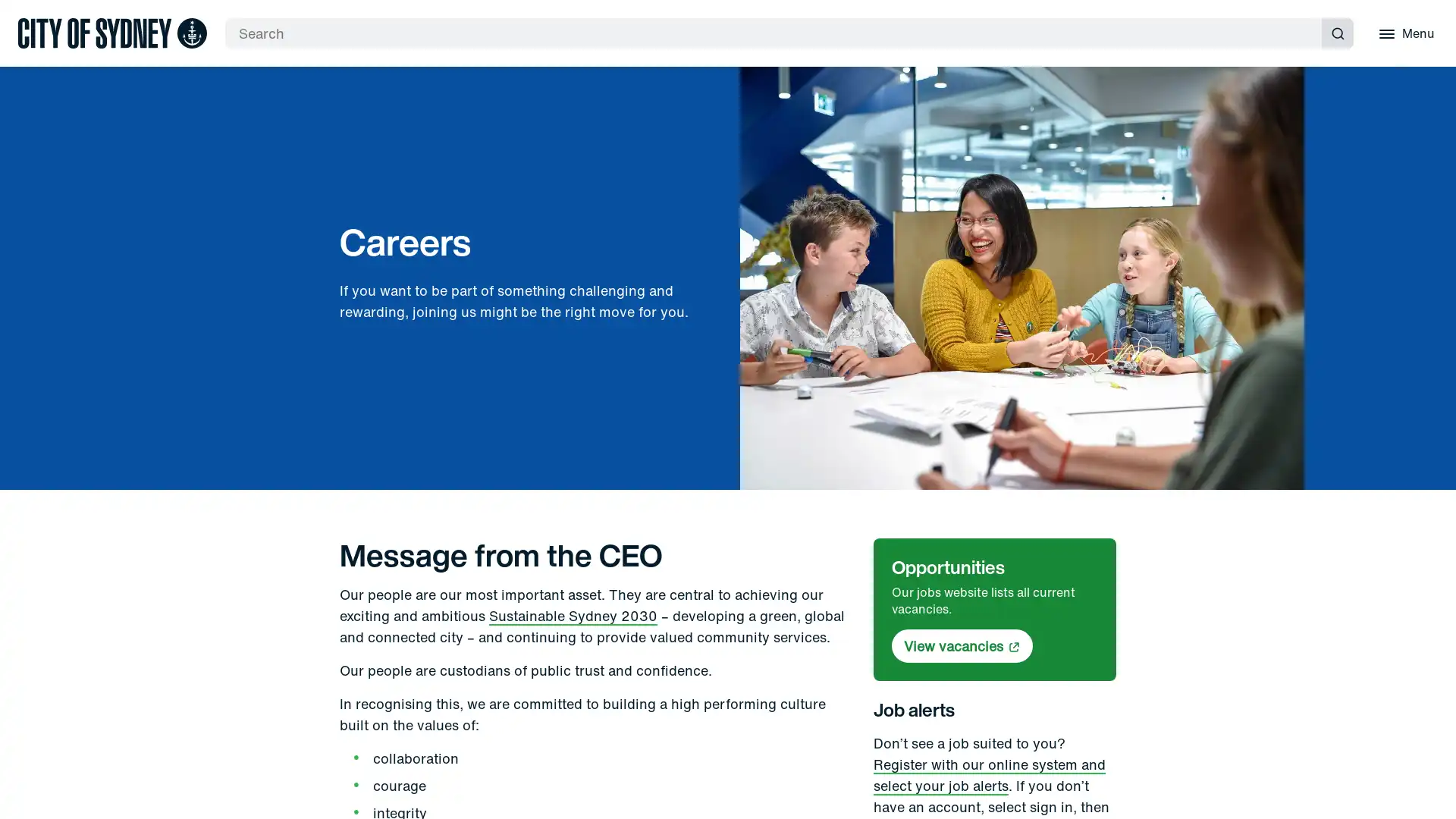 This screenshot has width=1456, height=819. I want to click on Submit search, so click(1337, 33).